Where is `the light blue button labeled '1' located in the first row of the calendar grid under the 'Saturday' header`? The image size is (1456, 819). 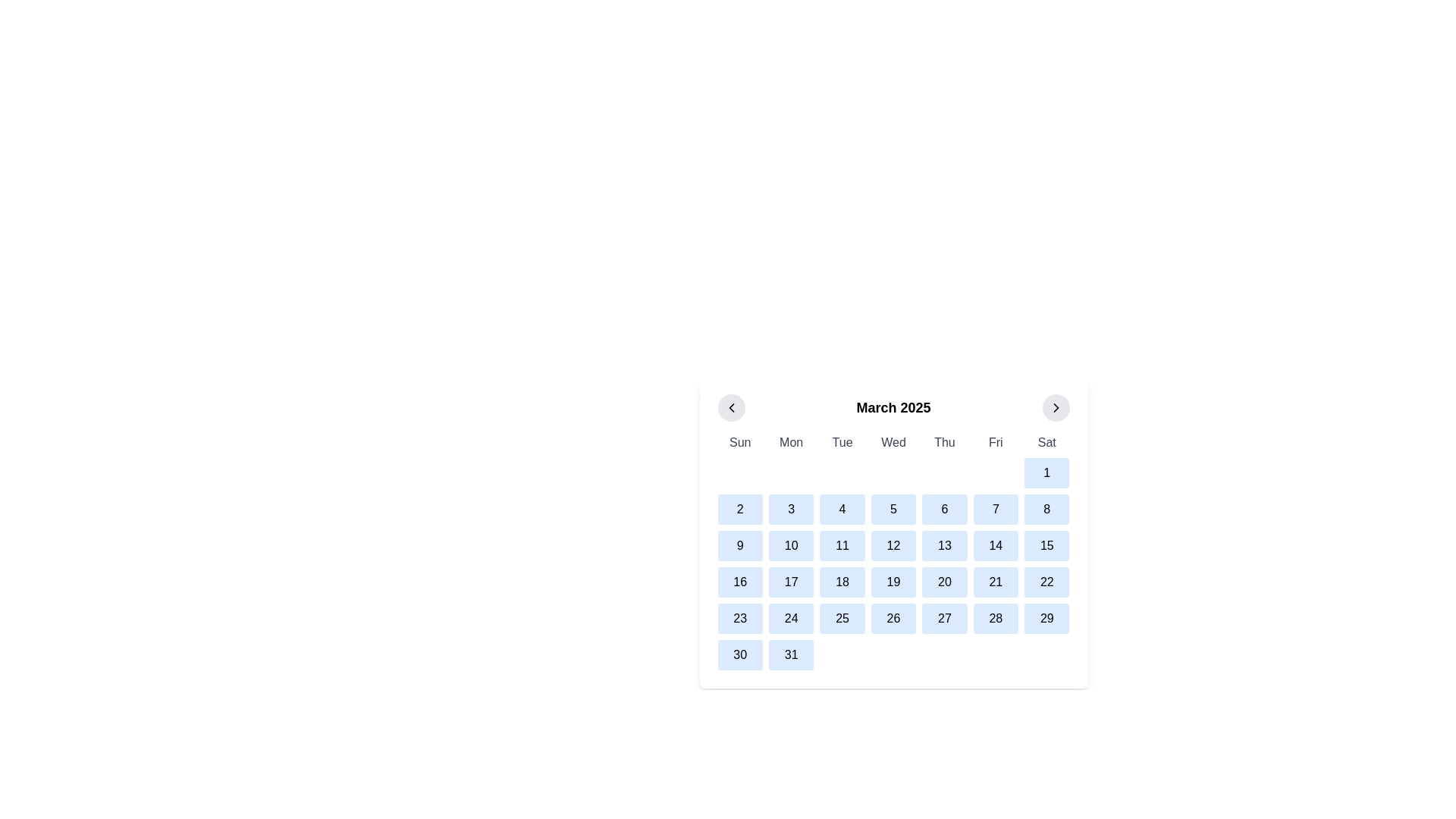
the light blue button labeled '1' located in the first row of the calendar grid under the 'Saturday' header is located at coordinates (1046, 472).